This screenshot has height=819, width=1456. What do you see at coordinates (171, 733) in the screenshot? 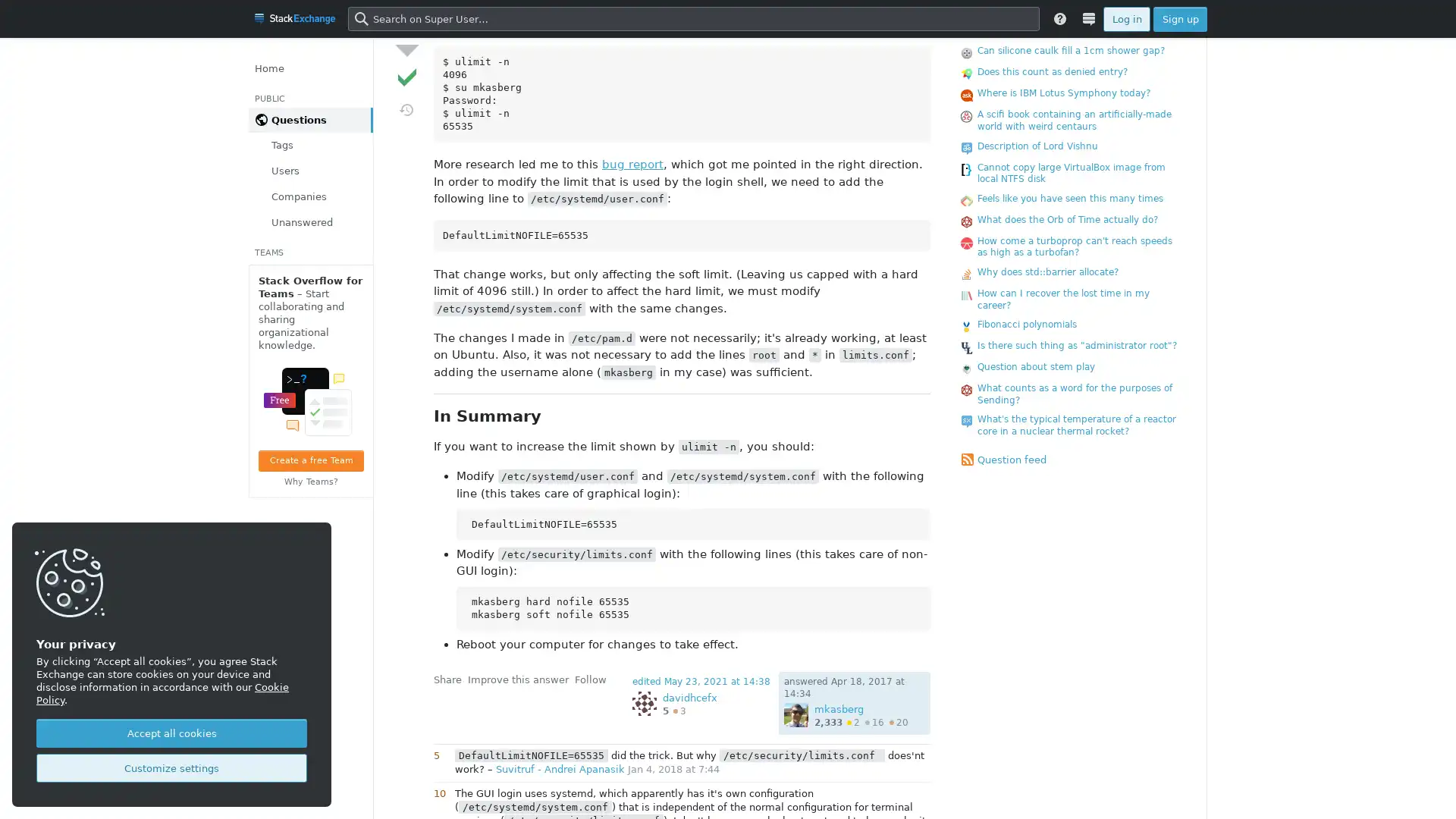
I see `Accept all cookies` at bounding box center [171, 733].